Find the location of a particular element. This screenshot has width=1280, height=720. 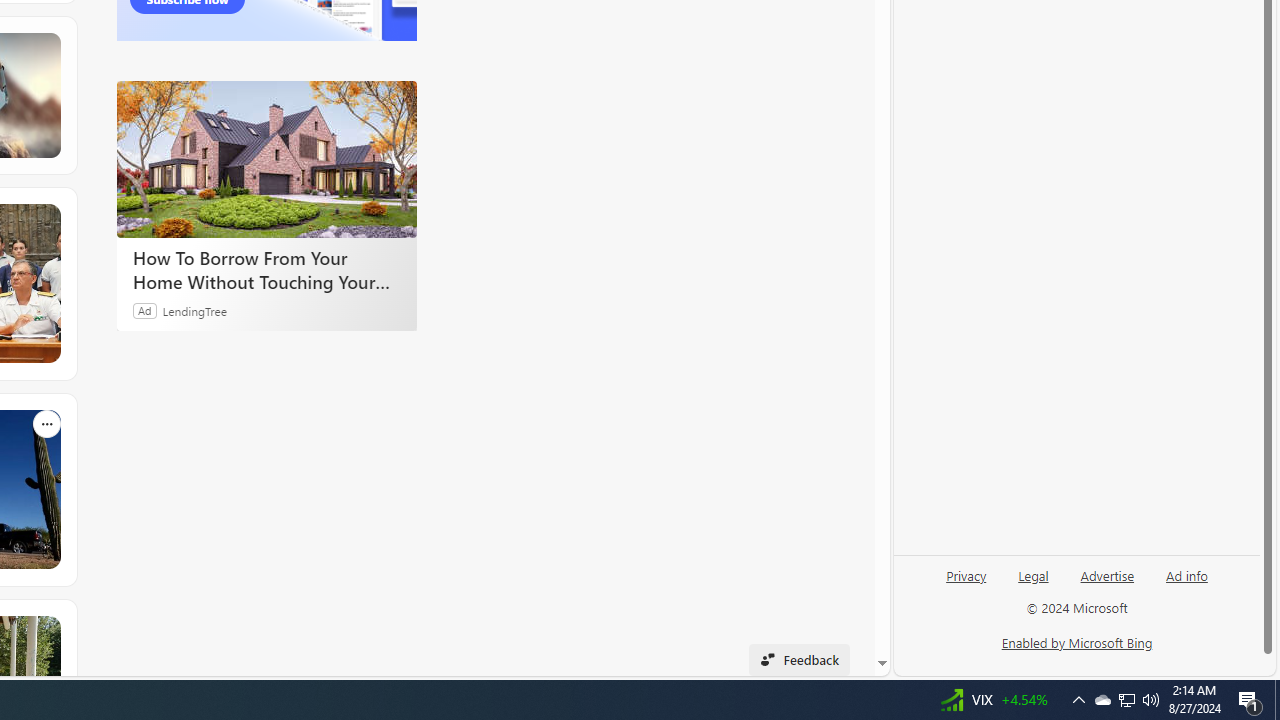

'Privacy' is located at coordinates (967, 583).